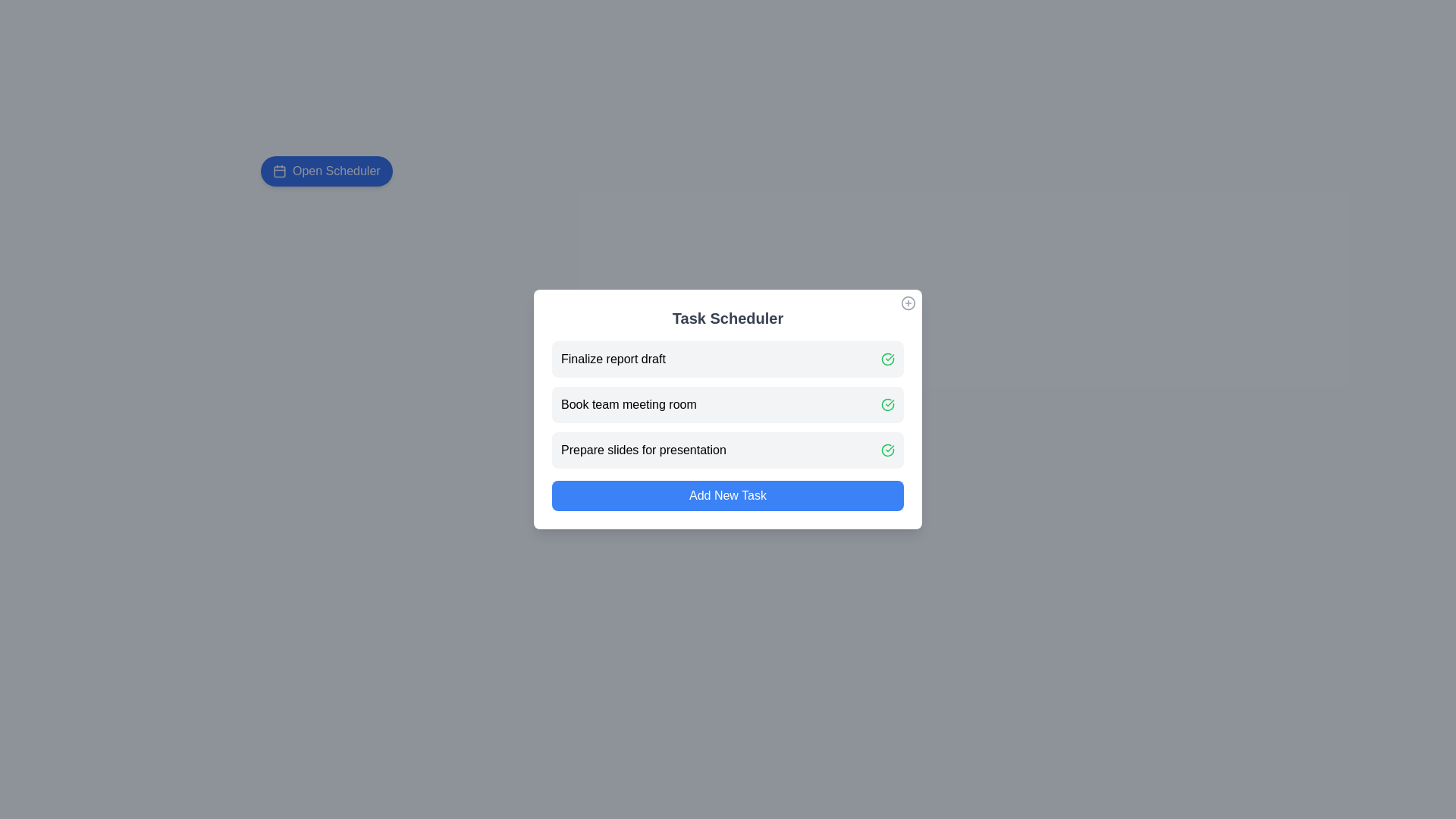  I want to click on the 'Task Scheduler' text label, which is a bold and large dark gray label positioned at the top of a white box containing task-related items, so click(728, 318).